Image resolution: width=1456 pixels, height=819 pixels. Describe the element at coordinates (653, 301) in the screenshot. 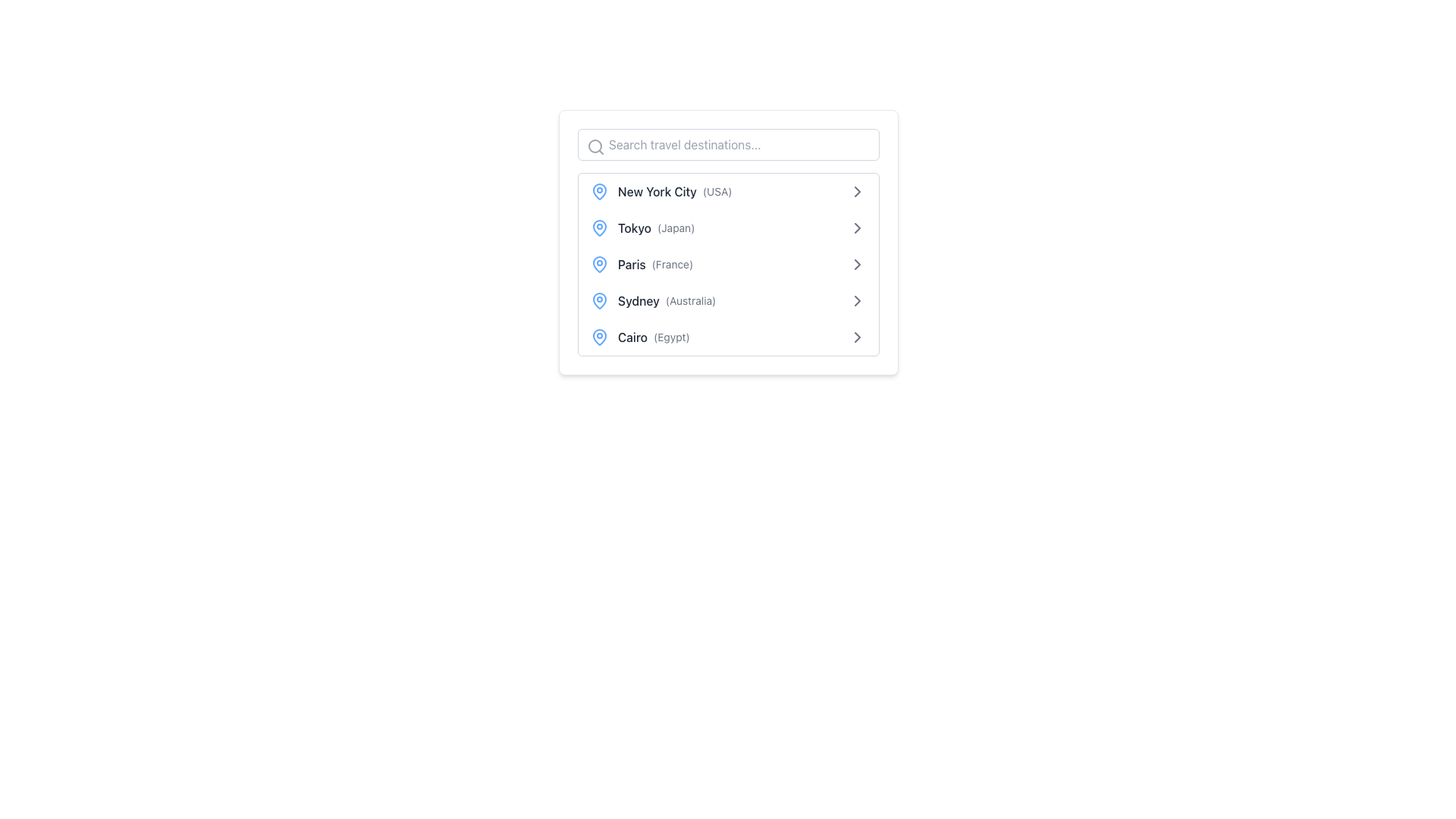

I see `the List Item displaying 'Sydney (Australia)' with a blue location pin, which is the fourth item in the travel destinations list` at that location.